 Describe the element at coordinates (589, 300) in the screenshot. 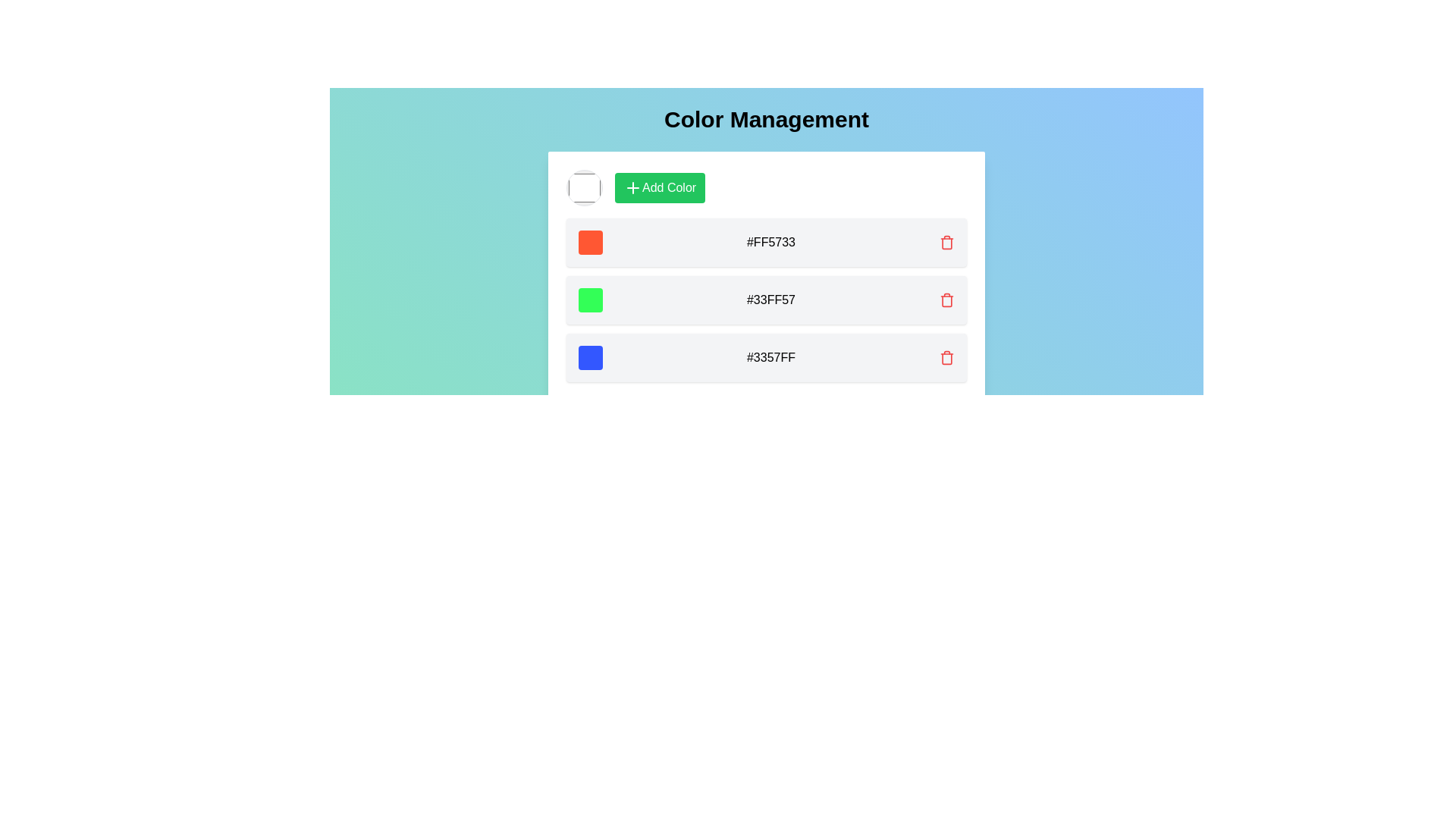

I see `the second green color box with rounded corners in the 'Color Management' section, which has an RGB color of #33FF57` at that location.